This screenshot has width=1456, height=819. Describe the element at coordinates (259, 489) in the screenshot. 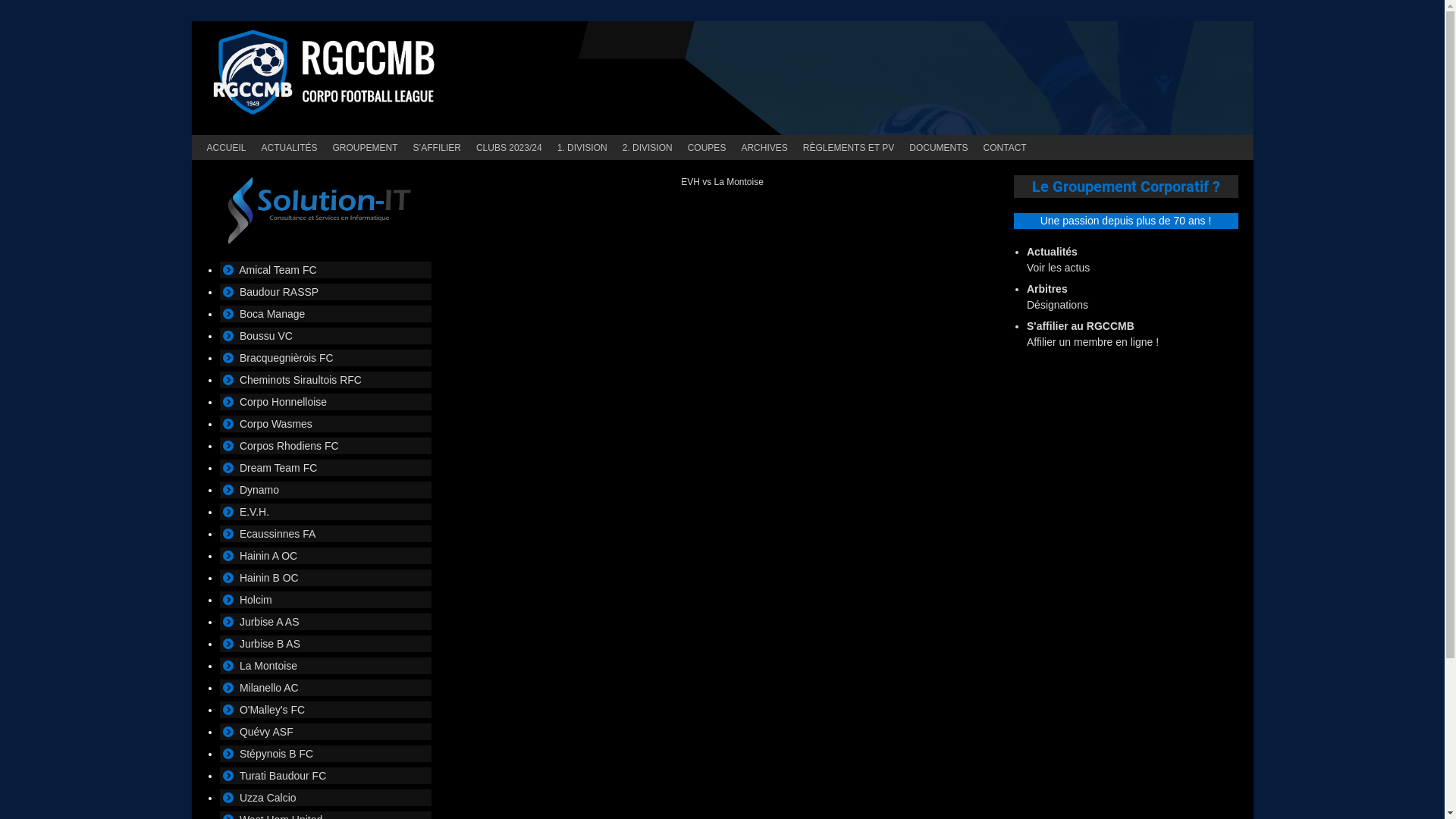

I see `'Dynamo'` at that location.